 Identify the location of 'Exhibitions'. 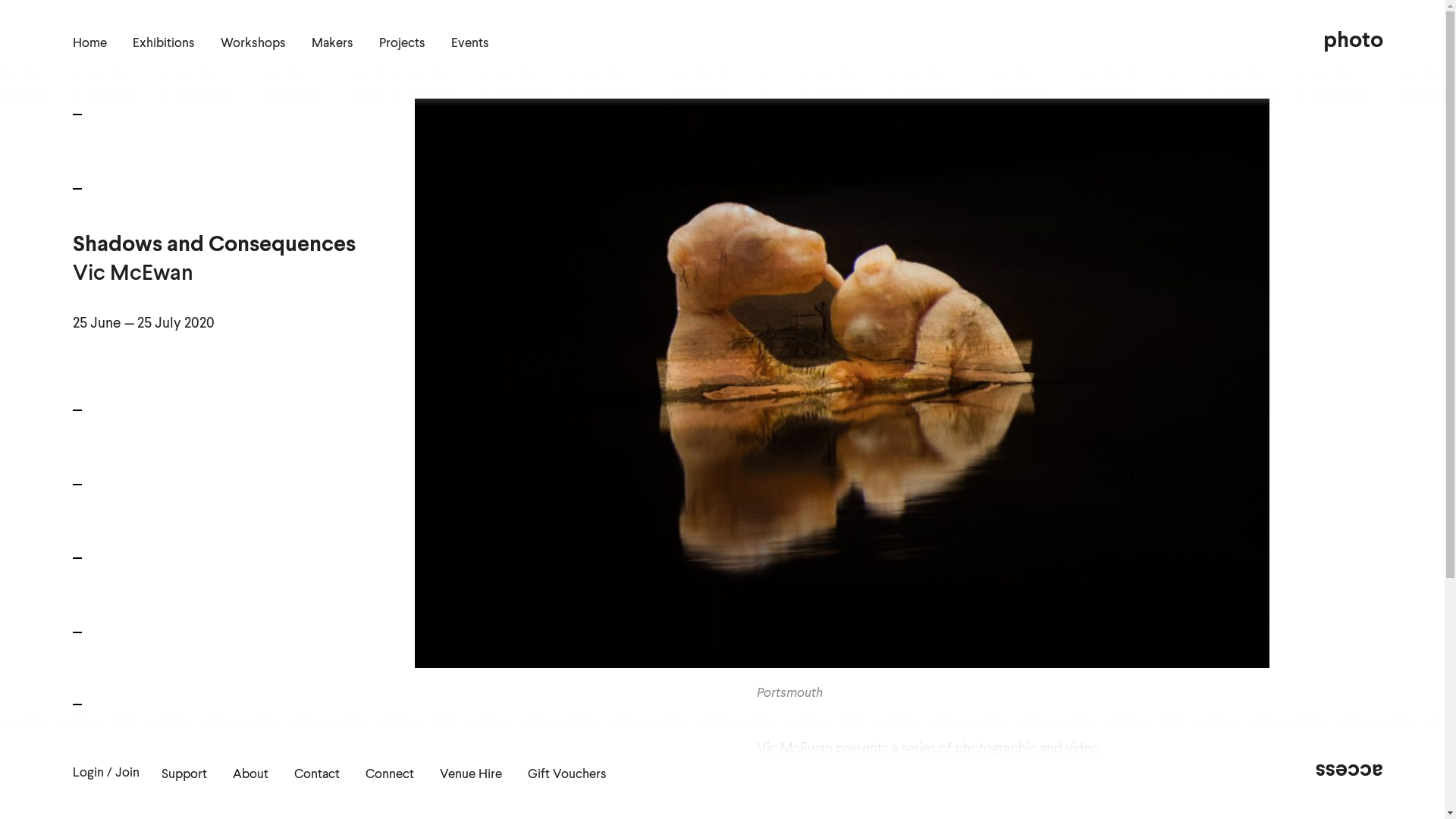
(164, 42).